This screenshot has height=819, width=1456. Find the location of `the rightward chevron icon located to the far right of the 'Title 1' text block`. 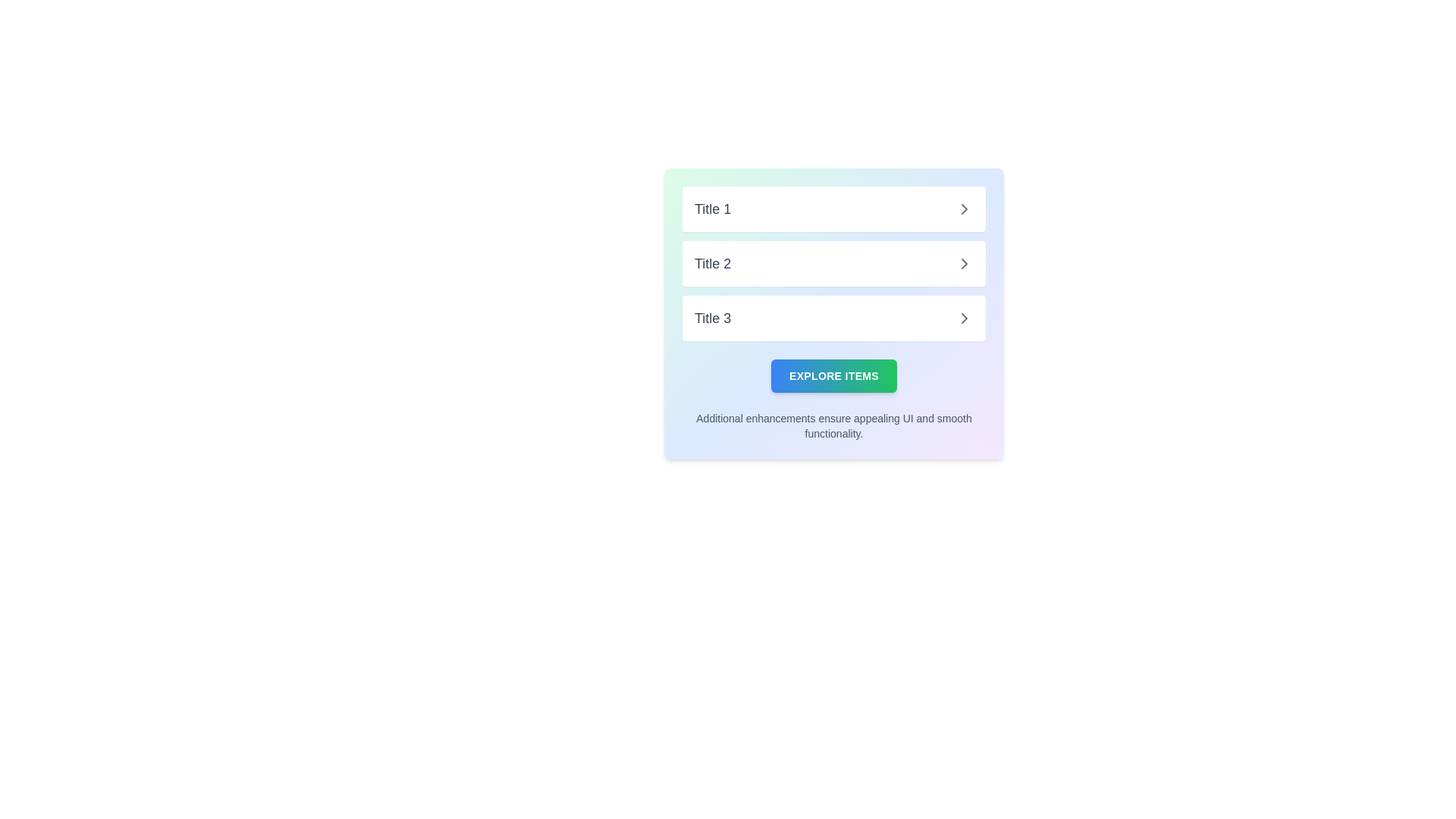

the rightward chevron icon located to the far right of the 'Title 1' text block is located at coordinates (964, 209).